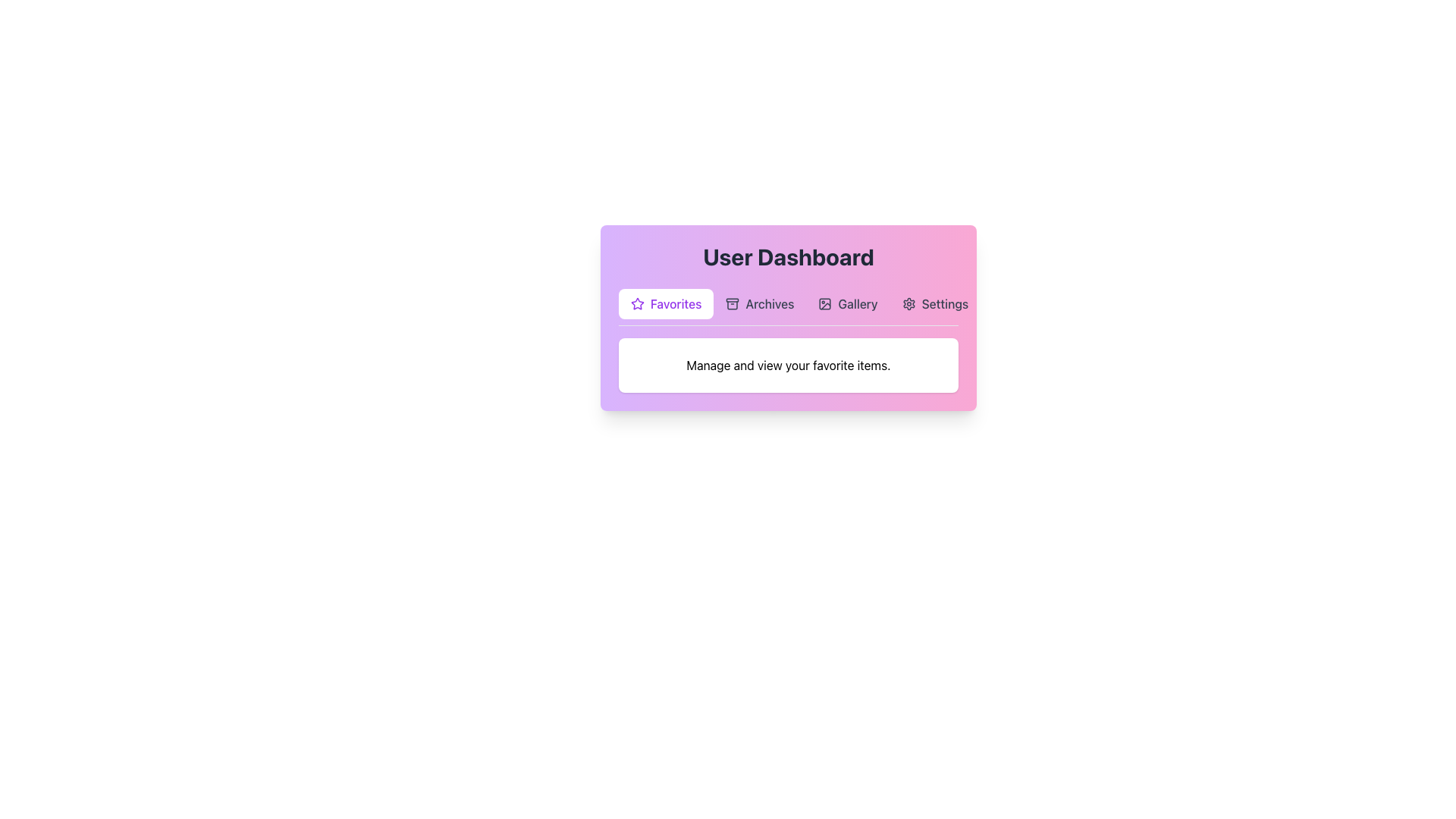  What do you see at coordinates (733, 304) in the screenshot?
I see `the SVG icon located within the 'Archives' menu option, which is styled with a dark color and is positioned to the left of the label 'Archives' in the horizontal navigation bar of the 'User Dashboard'` at bounding box center [733, 304].